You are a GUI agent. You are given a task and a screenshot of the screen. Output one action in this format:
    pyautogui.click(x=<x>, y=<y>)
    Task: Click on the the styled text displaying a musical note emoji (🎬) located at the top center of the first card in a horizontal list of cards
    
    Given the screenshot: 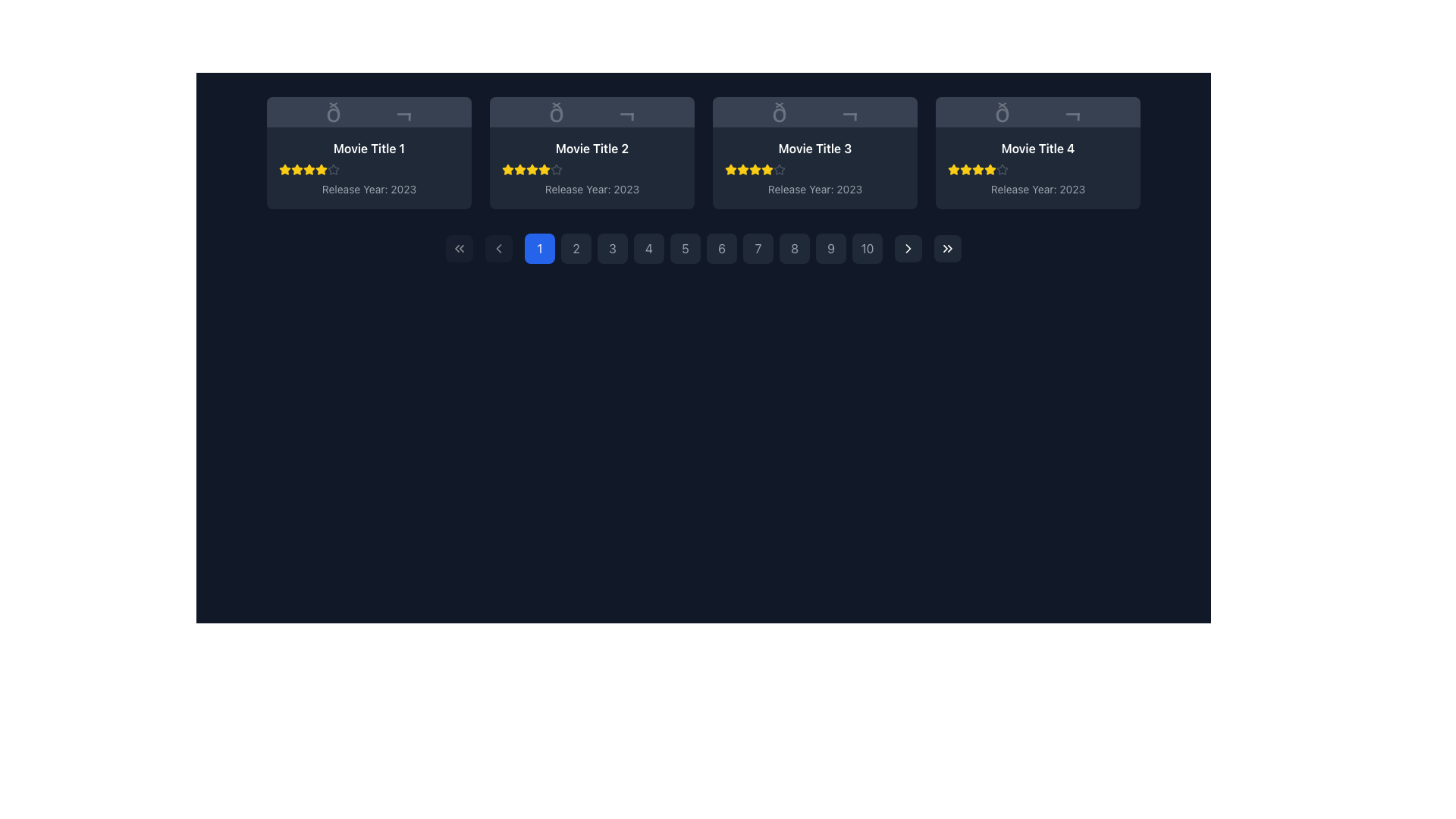 What is the action you would take?
    pyautogui.click(x=369, y=111)
    